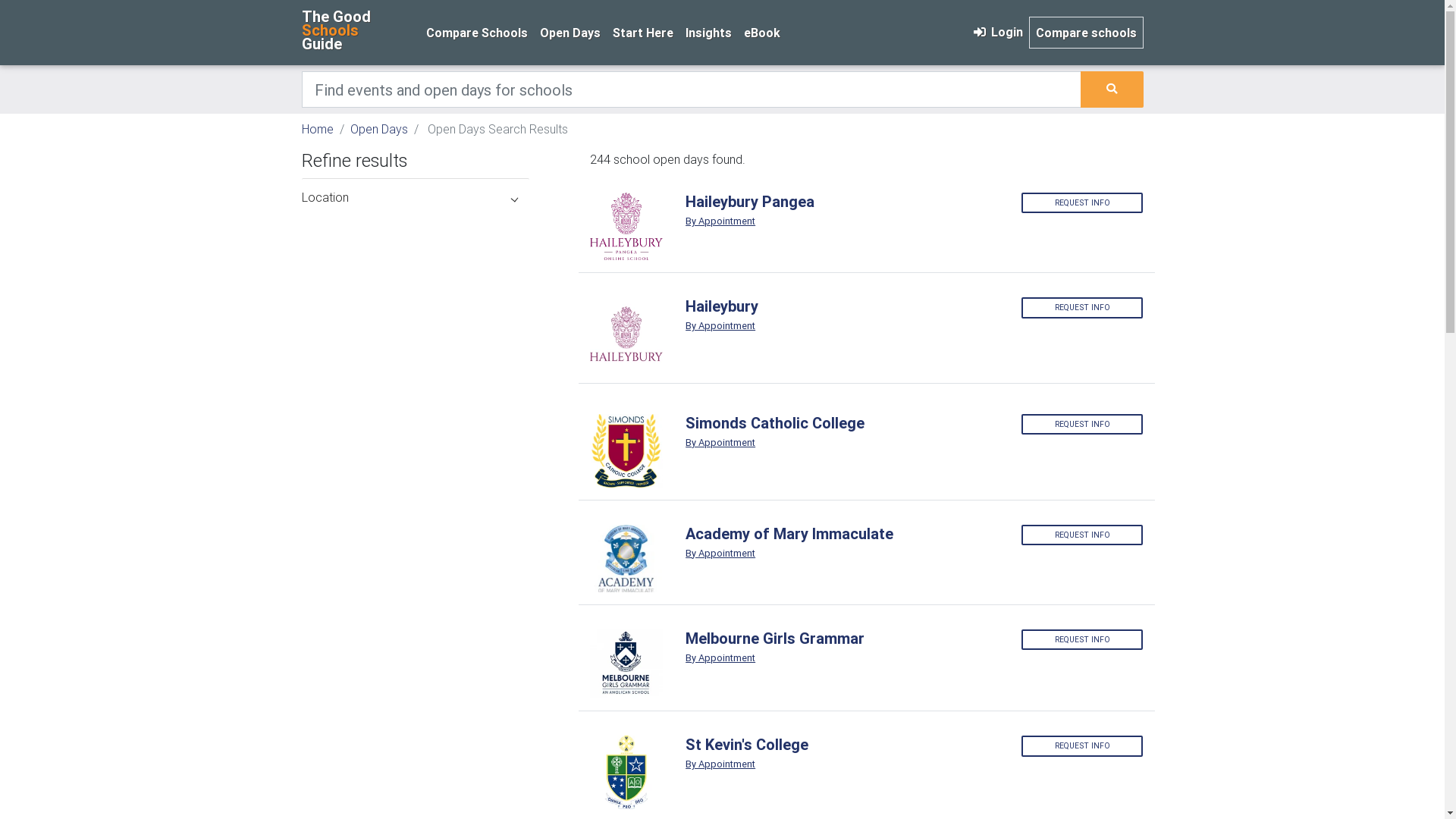 This screenshot has height=819, width=1456. Describe the element at coordinates (316, 127) in the screenshot. I see `'Home'` at that location.